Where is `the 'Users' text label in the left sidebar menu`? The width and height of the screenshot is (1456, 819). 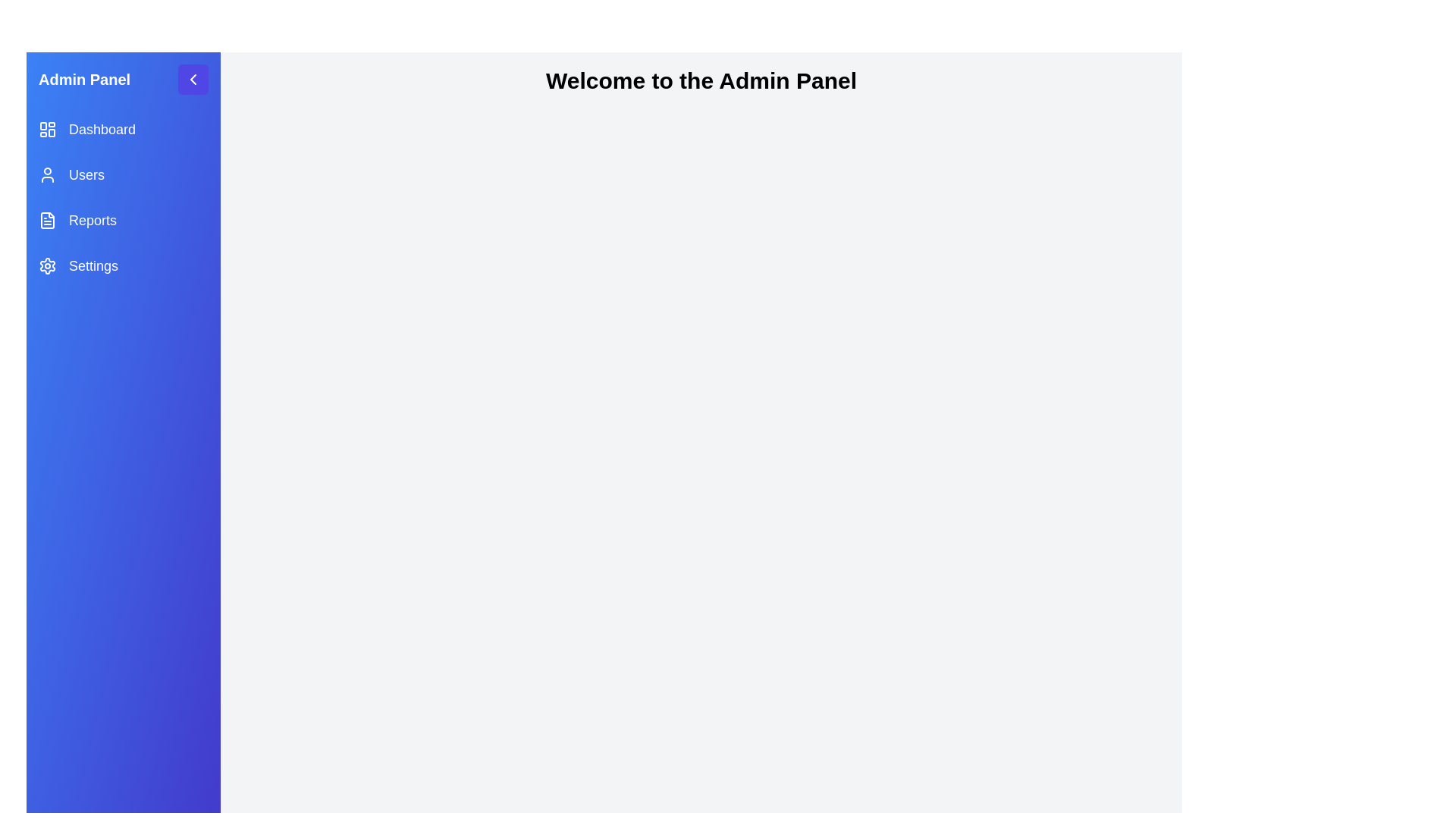
the 'Users' text label in the left sidebar menu is located at coordinates (86, 174).